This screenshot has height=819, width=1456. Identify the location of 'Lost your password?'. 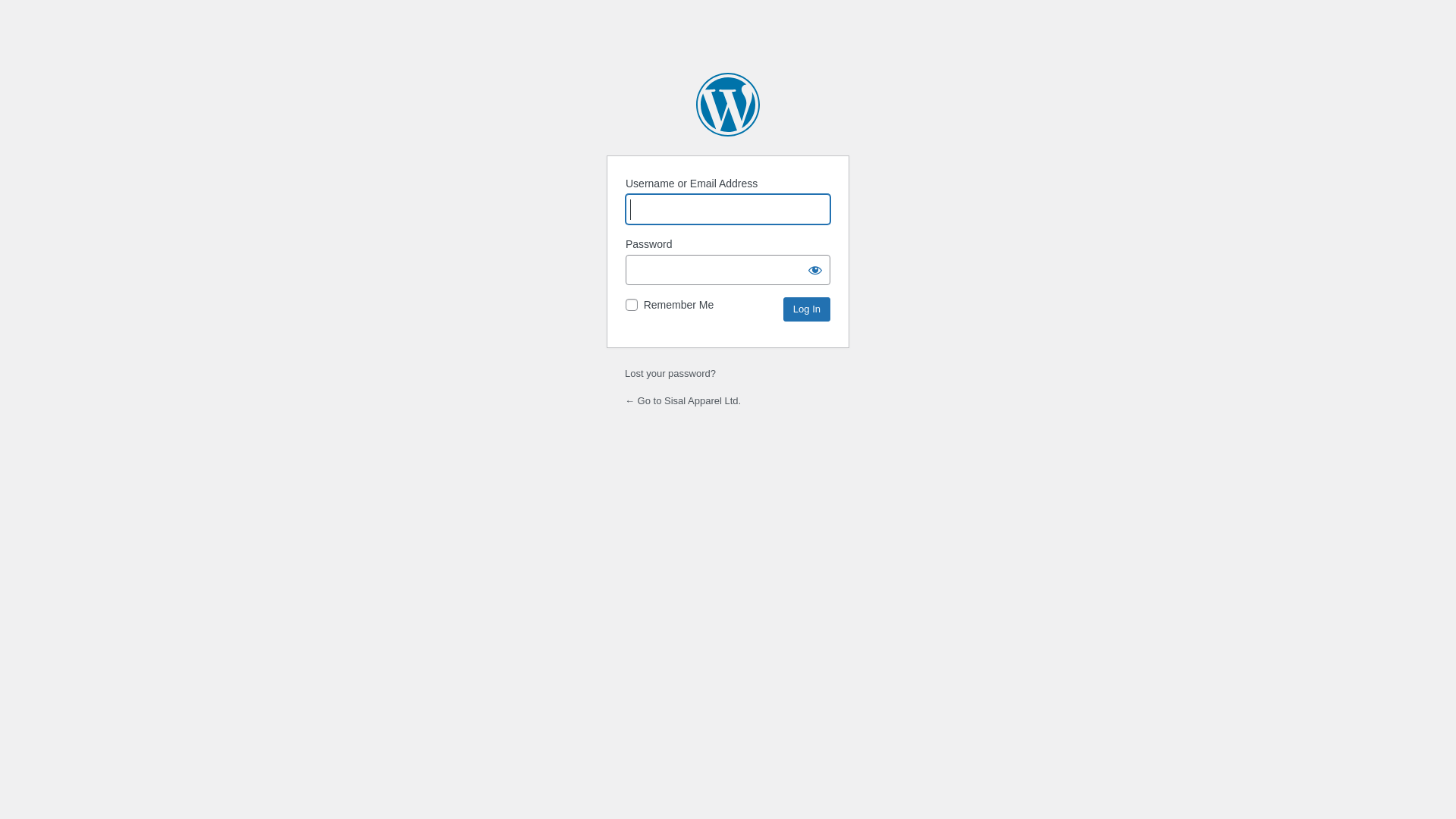
(669, 373).